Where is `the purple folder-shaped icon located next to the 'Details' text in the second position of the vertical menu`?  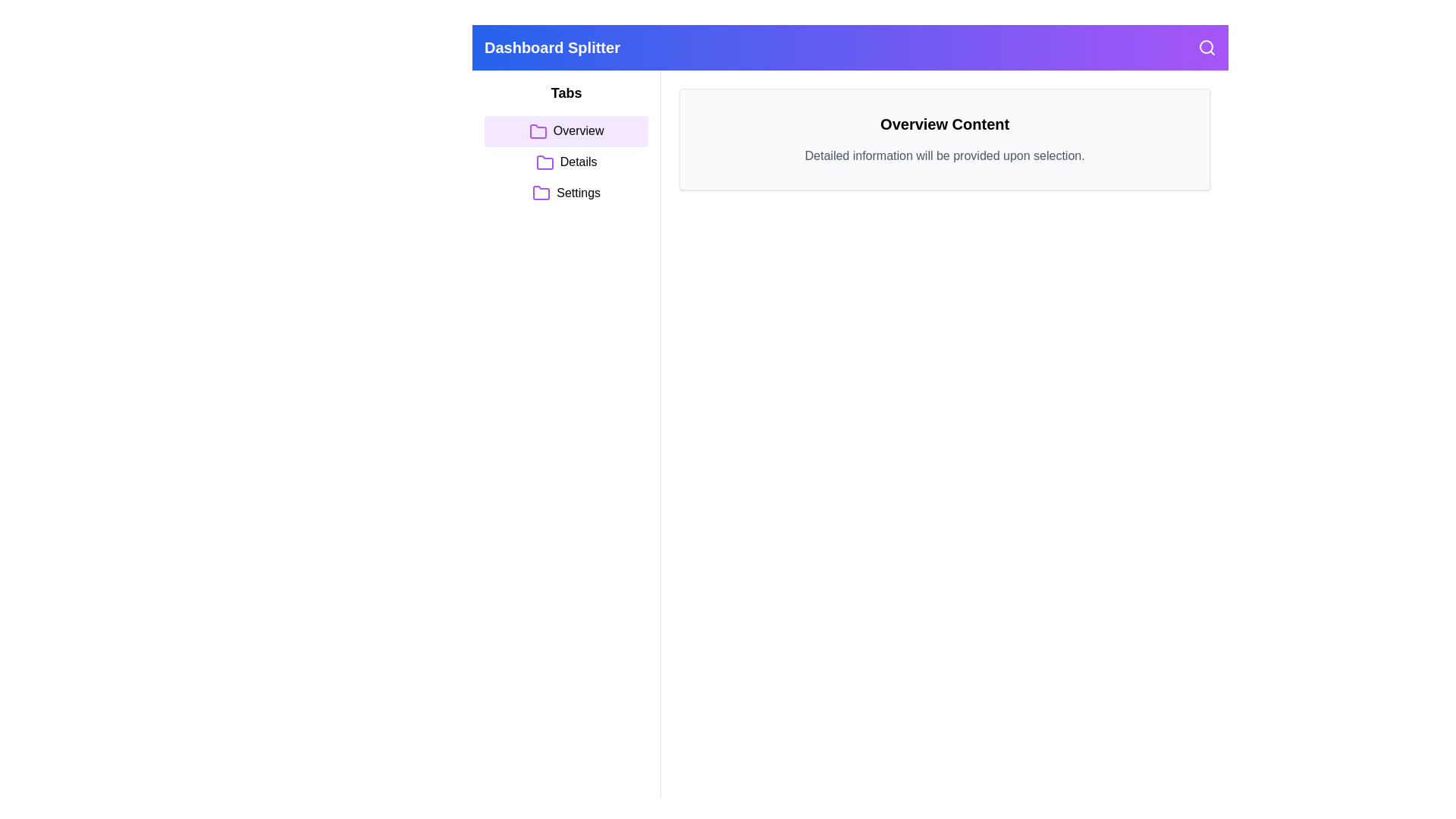
the purple folder-shaped icon located next to the 'Details' text in the second position of the vertical menu is located at coordinates (544, 162).